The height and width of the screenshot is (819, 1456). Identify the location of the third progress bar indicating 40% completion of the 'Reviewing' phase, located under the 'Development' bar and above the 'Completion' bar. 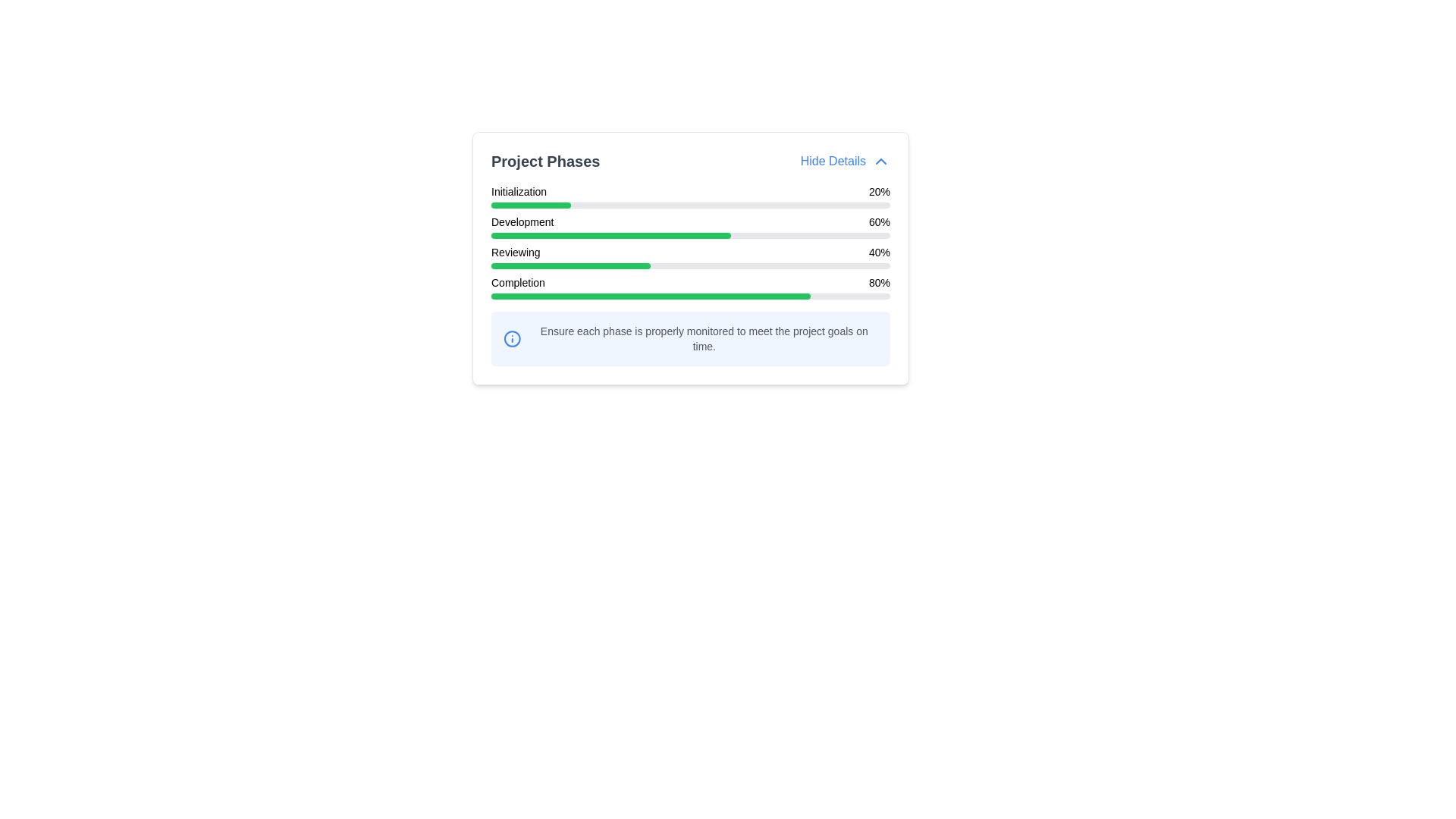
(690, 257).